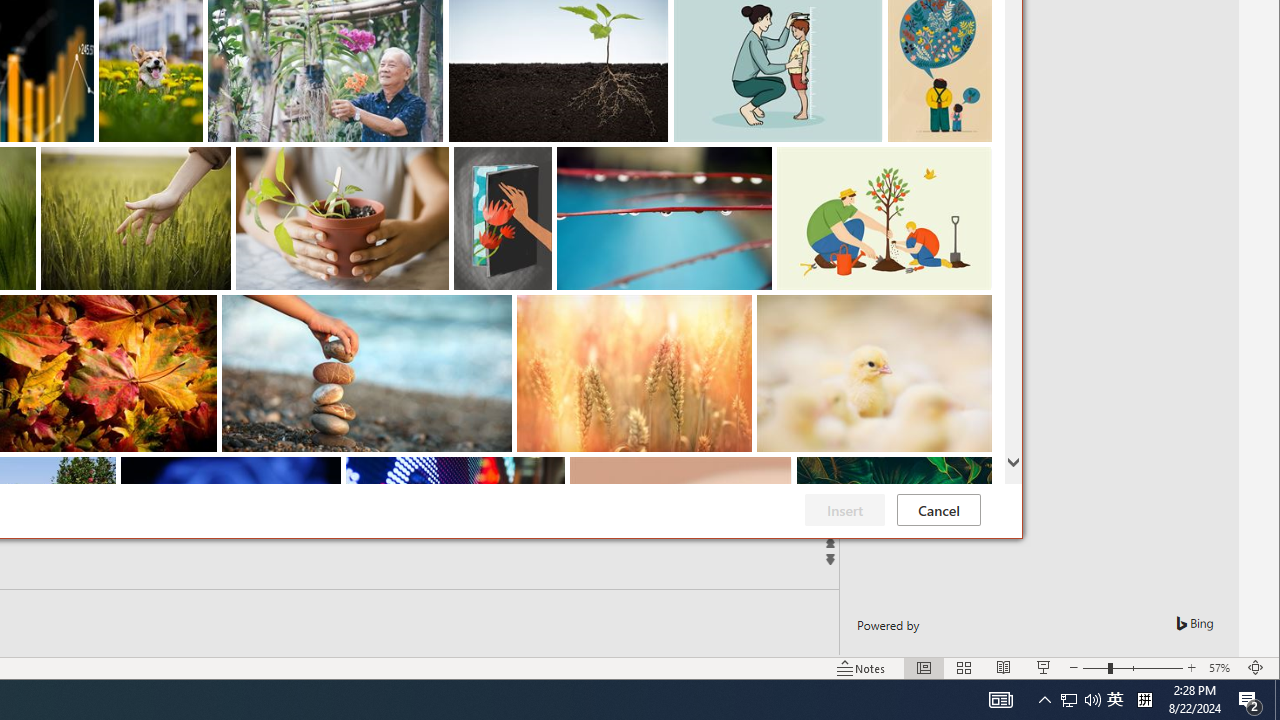 This screenshot has height=720, width=1280. Describe the element at coordinates (1255, 668) in the screenshot. I see `'Zoom to Fit '` at that location.